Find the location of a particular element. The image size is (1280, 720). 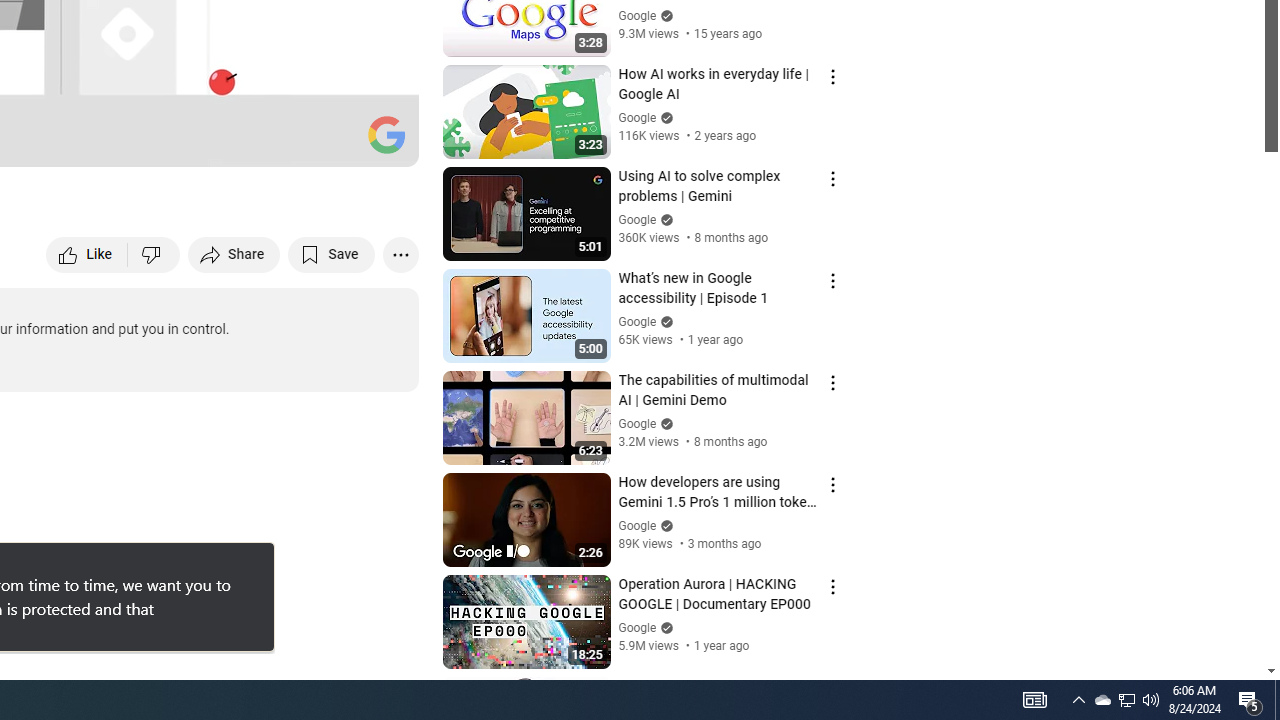

'Save to playlist' is located at coordinates (331, 253).